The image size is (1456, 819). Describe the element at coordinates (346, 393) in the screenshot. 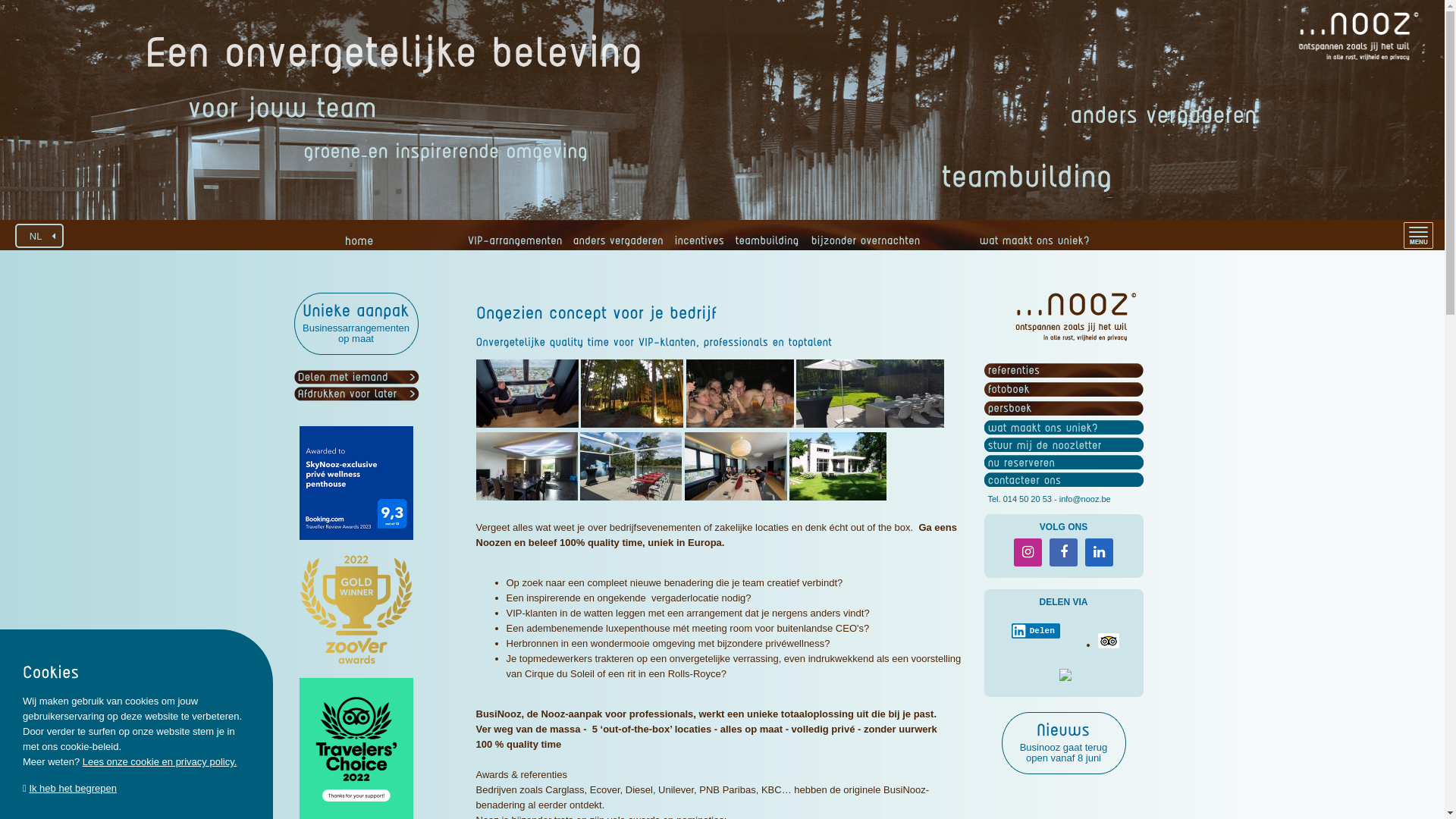

I see `'Afdrukken voor later'` at that location.